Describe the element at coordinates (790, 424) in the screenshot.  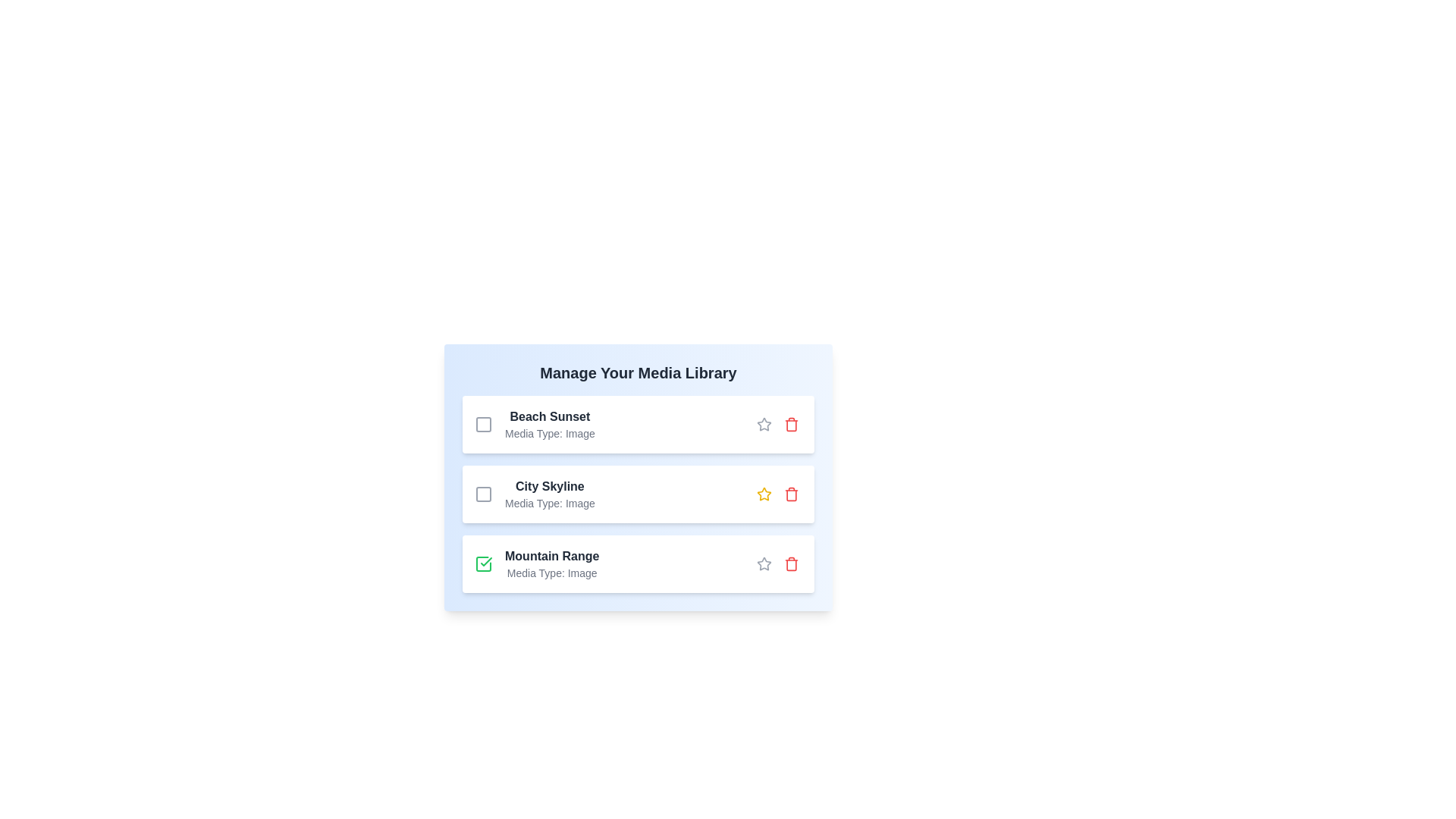
I see `delete button for the media item titled 'Beach Sunset'` at that location.